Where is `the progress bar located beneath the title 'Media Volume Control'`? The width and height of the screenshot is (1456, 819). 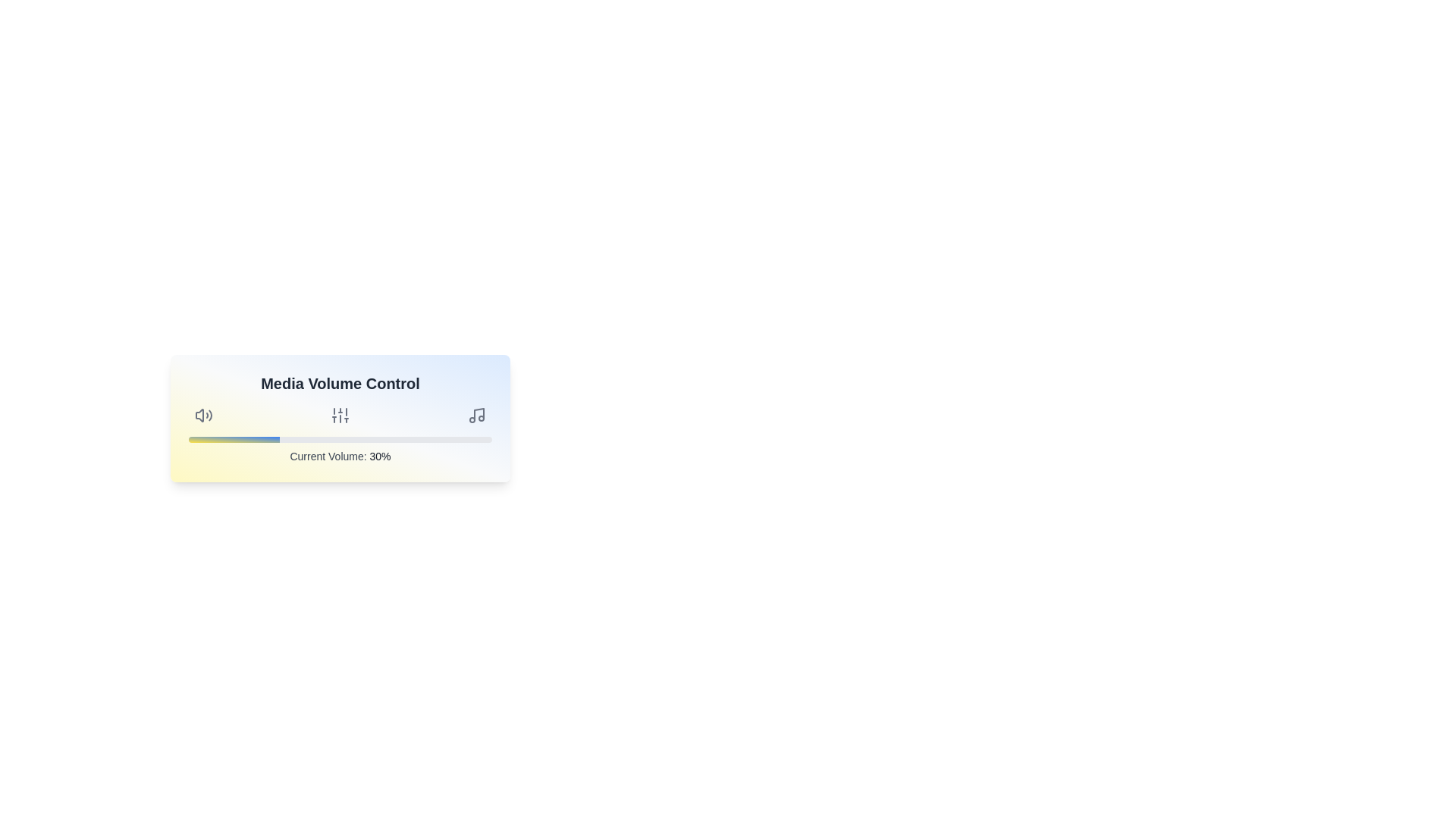
the progress bar located beneath the title 'Media Volume Control' is located at coordinates (340, 439).